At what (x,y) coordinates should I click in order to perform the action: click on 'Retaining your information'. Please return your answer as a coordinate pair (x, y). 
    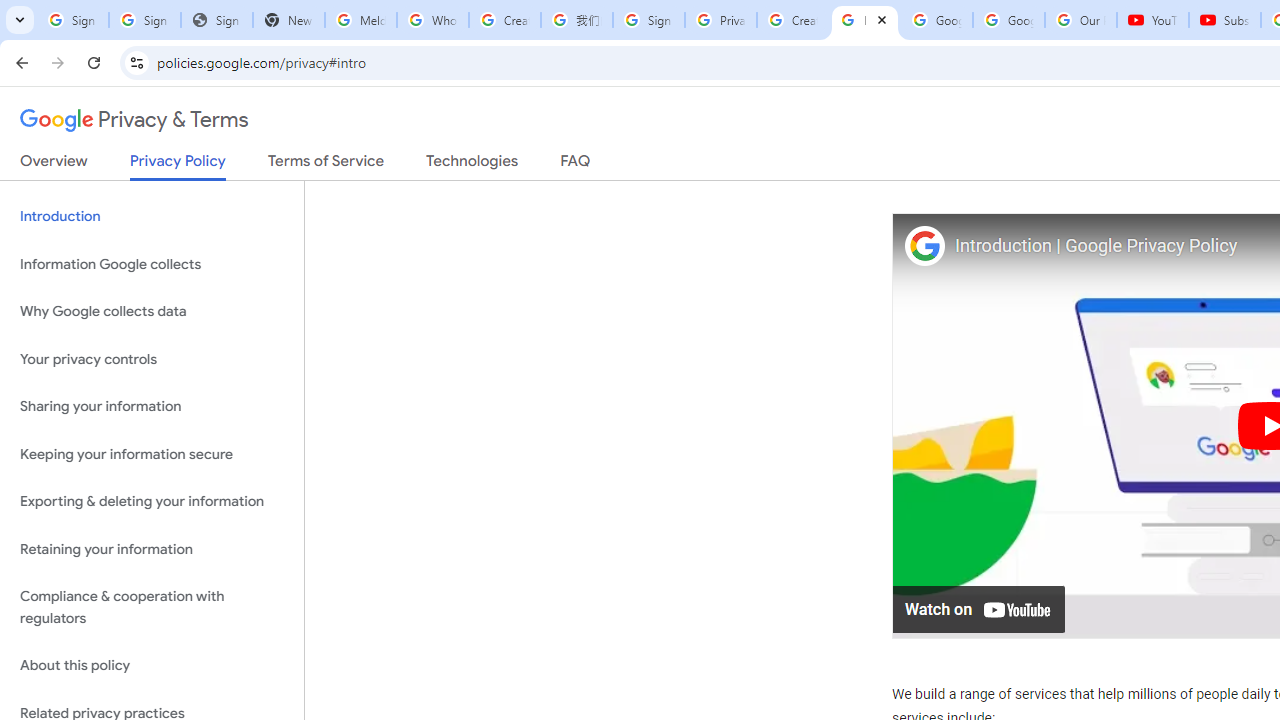
    Looking at the image, I should click on (151, 549).